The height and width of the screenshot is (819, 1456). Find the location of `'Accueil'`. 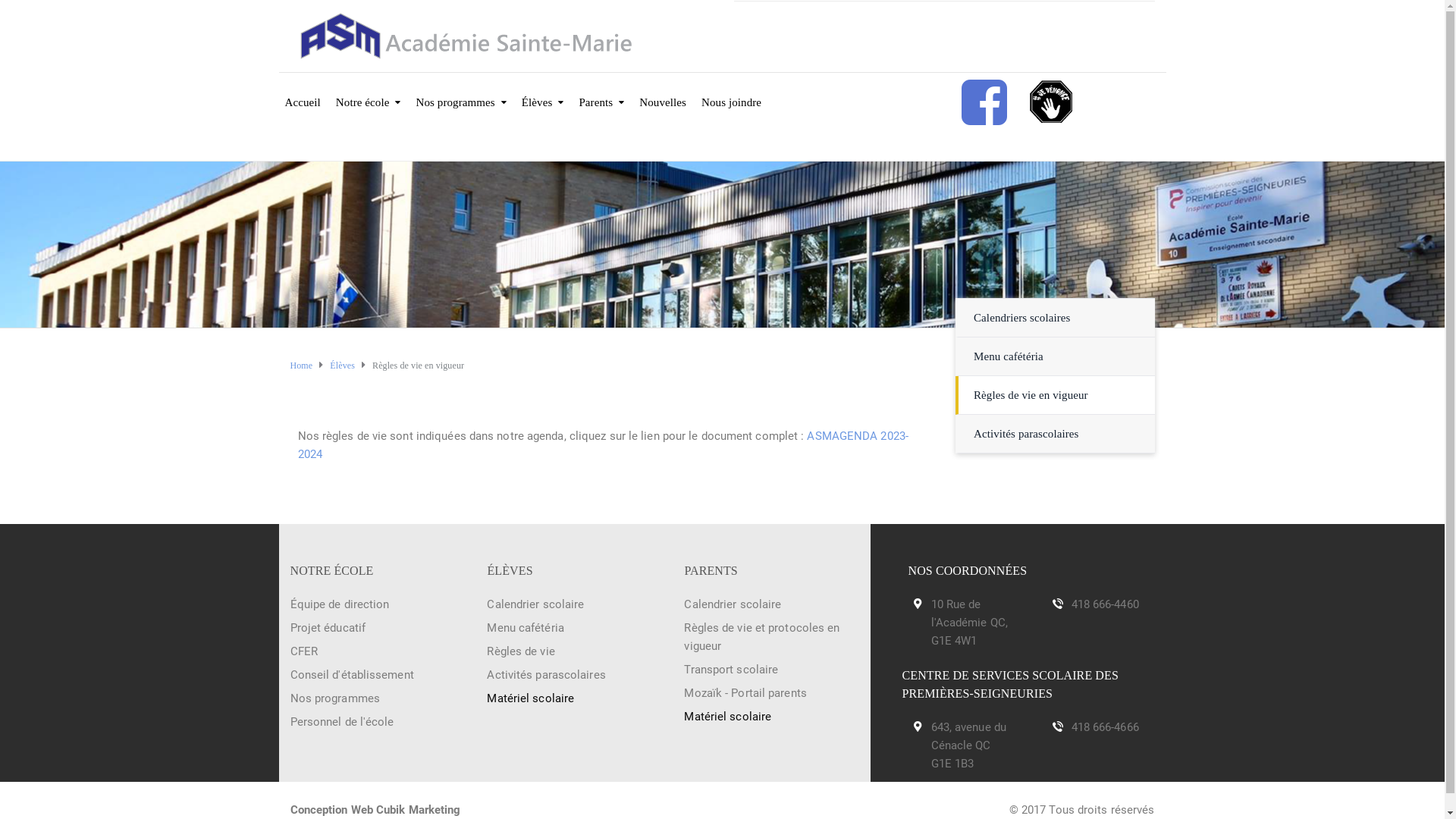

'Accueil' is located at coordinates (303, 92).